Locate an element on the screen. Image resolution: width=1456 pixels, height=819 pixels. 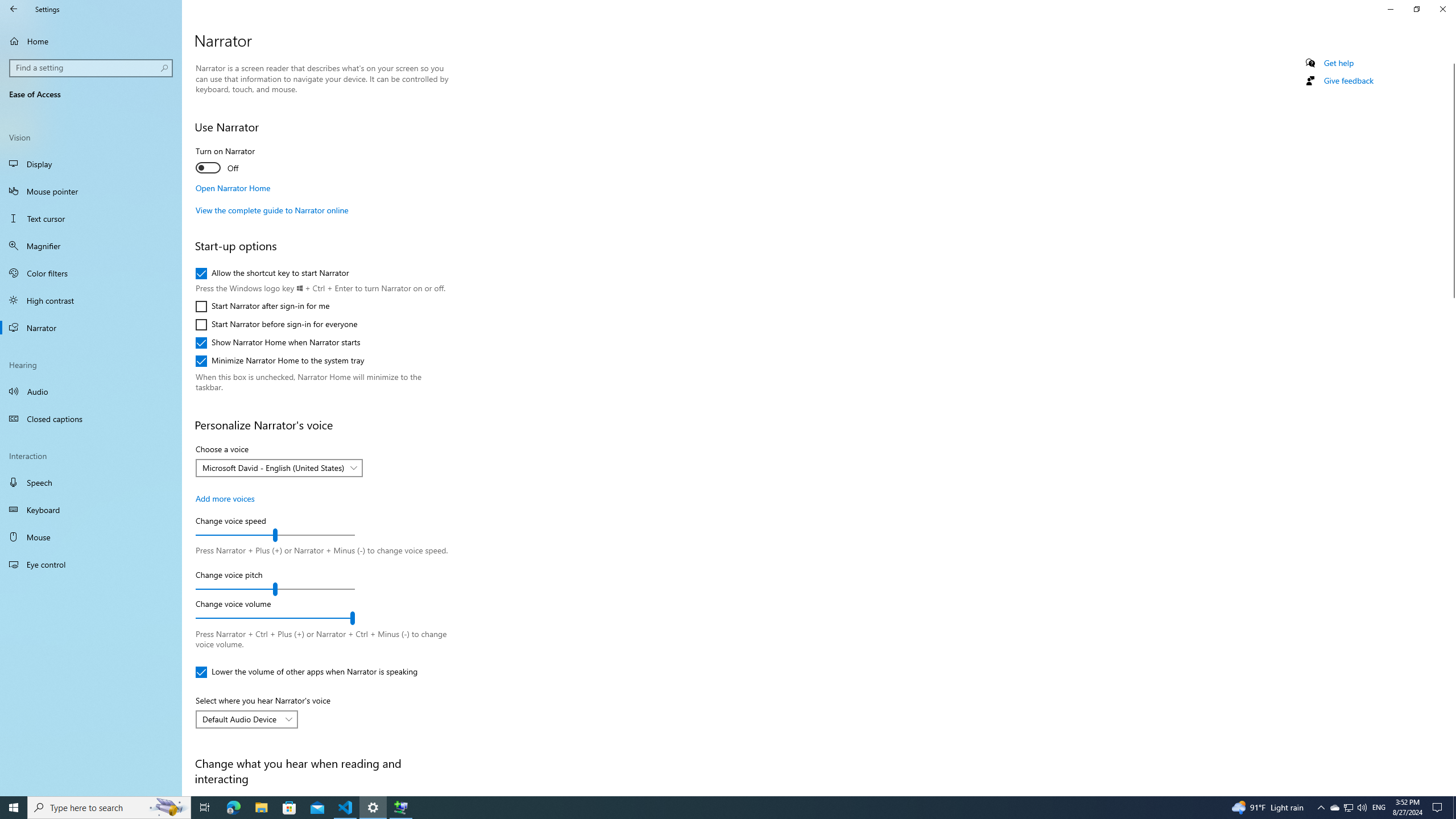
'Visual Studio Code - 1 running window' is located at coordinates (345, 806).